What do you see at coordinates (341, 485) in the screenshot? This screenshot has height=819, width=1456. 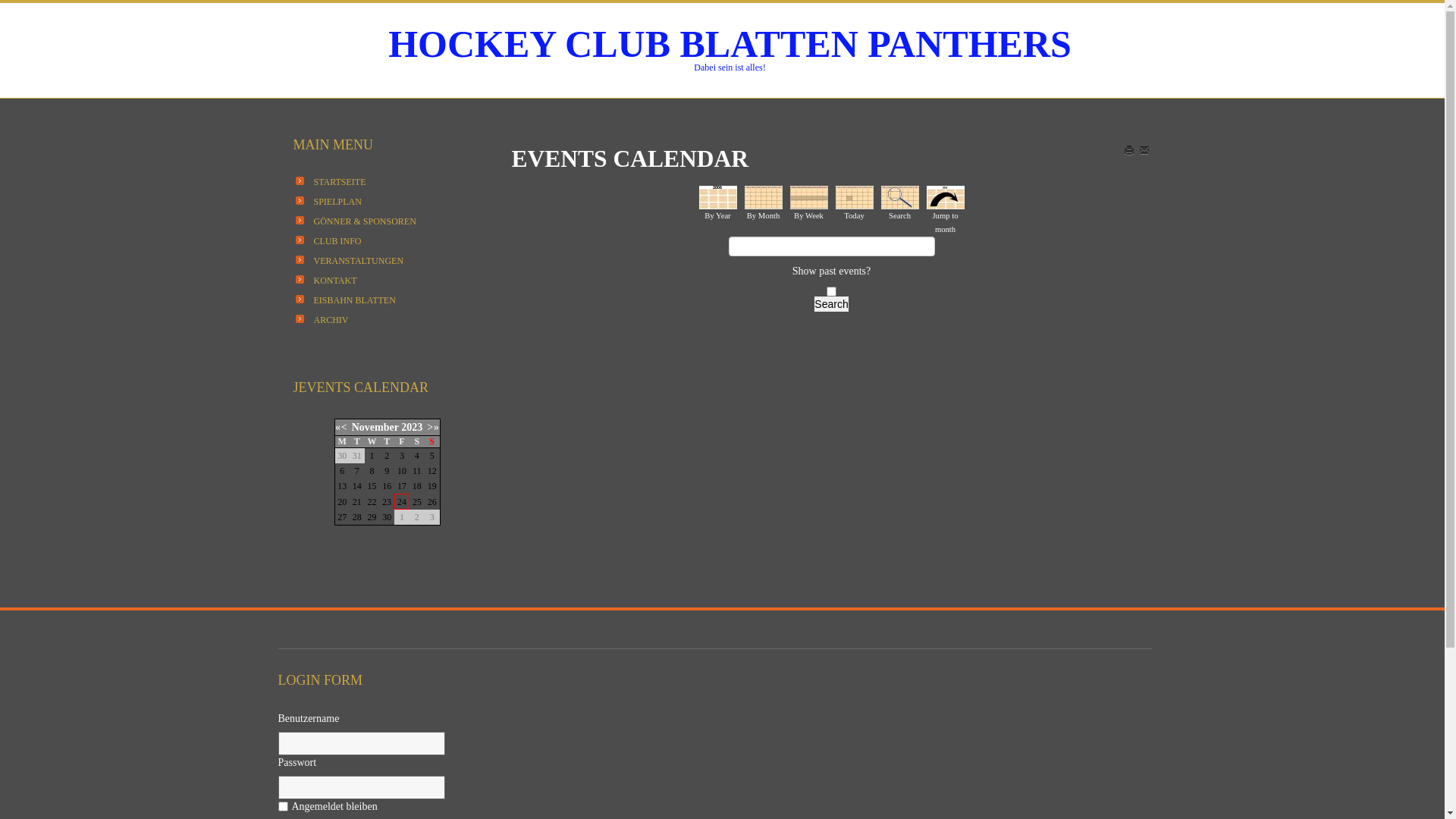 I see `'13'` at bounding box center [341, 485].